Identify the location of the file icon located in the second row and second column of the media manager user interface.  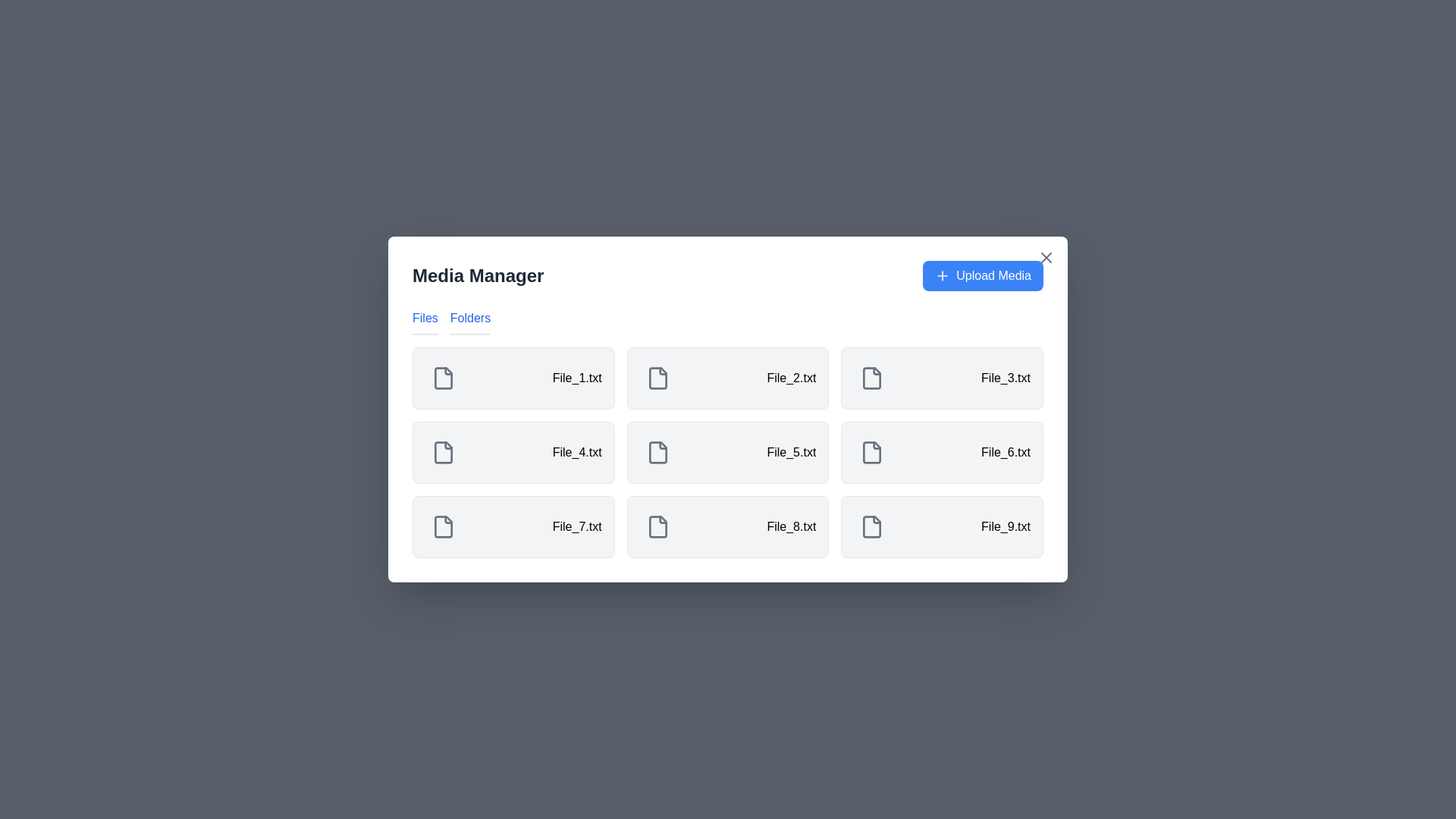
(657, 452).